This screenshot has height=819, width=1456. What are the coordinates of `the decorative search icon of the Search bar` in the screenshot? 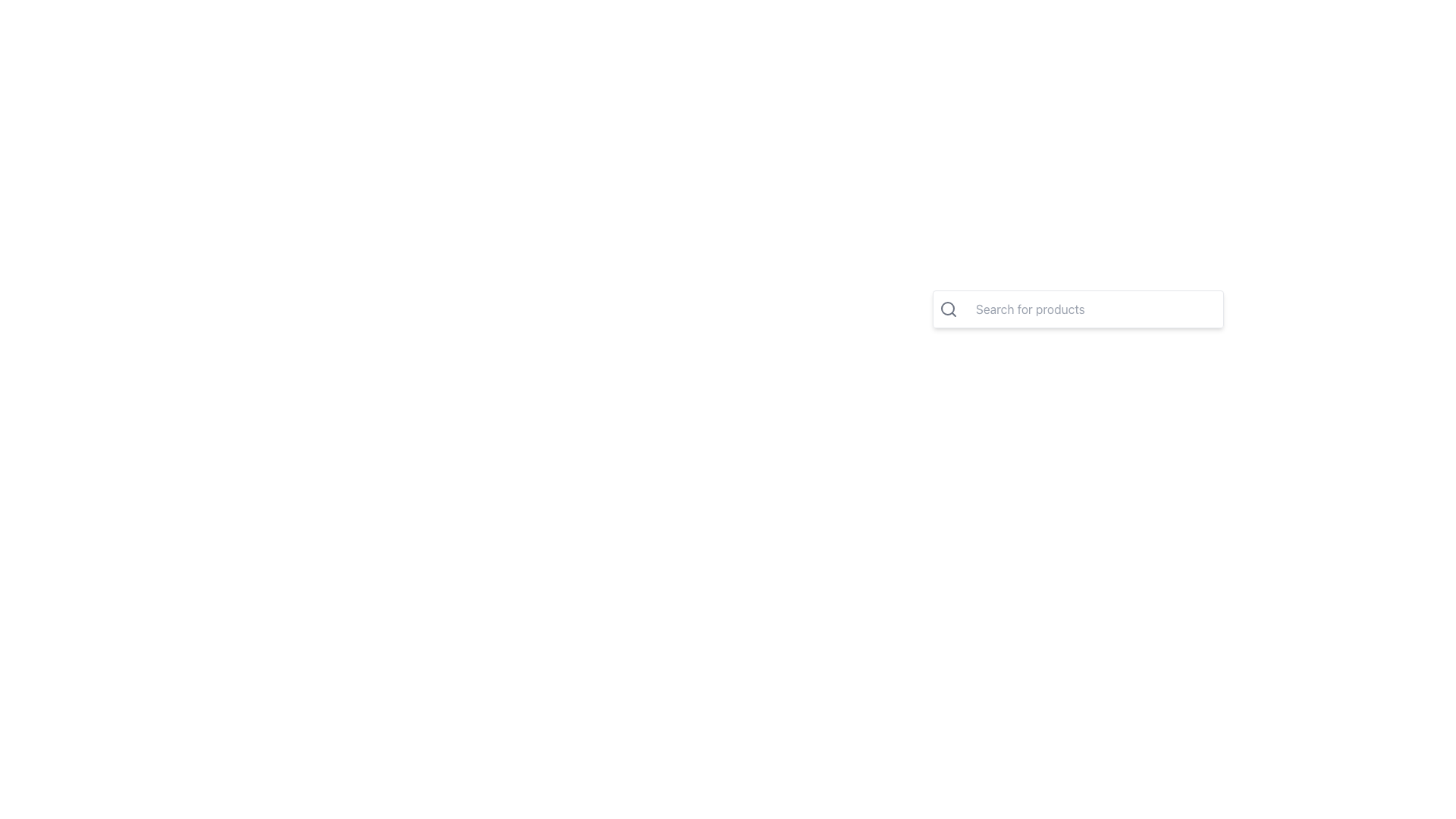 It's located at (1077, 318).